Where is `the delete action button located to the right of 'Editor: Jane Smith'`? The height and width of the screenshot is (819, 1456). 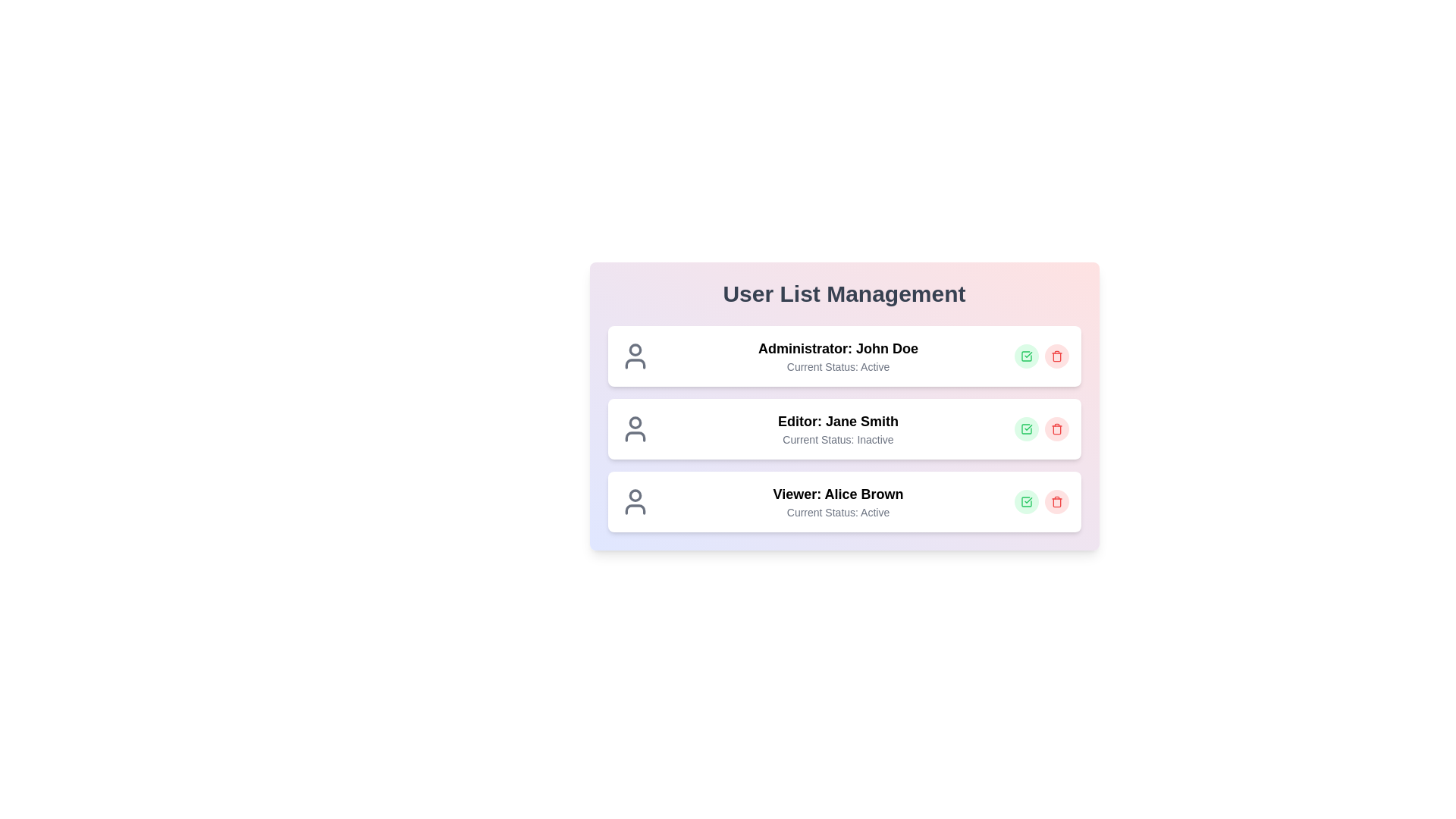
the delete action button located to the right of 'Editor: Jane Smith' is located at coordinates (1056, 429).